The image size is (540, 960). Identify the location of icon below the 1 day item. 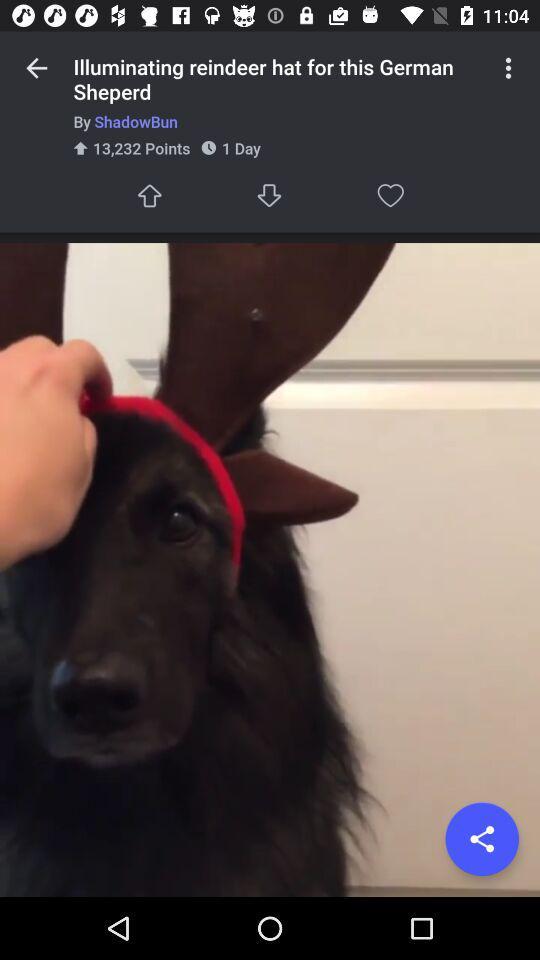
(270, 195).